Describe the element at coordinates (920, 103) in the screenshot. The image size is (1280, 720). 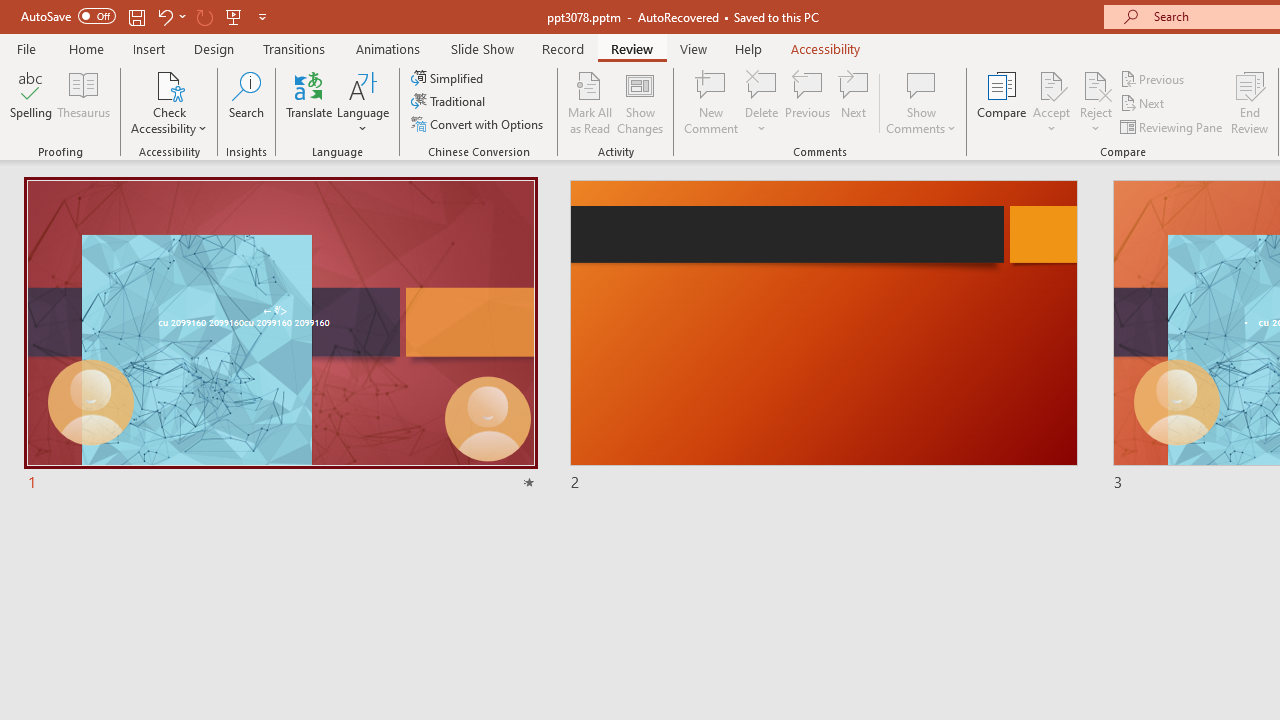
I see `'Show Comments'` at that location.